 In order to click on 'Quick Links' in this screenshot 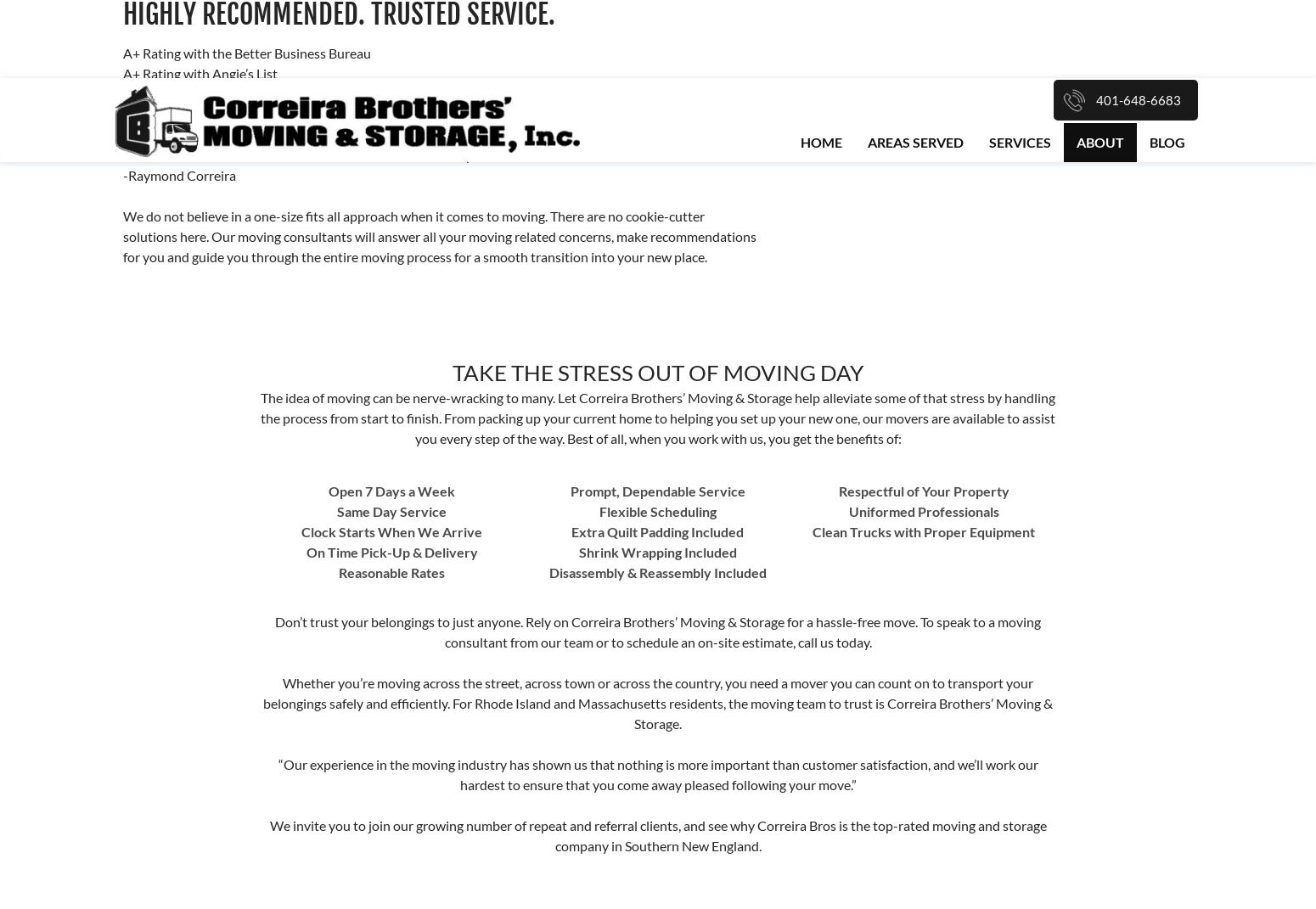, I will do `click(670, 259)`.